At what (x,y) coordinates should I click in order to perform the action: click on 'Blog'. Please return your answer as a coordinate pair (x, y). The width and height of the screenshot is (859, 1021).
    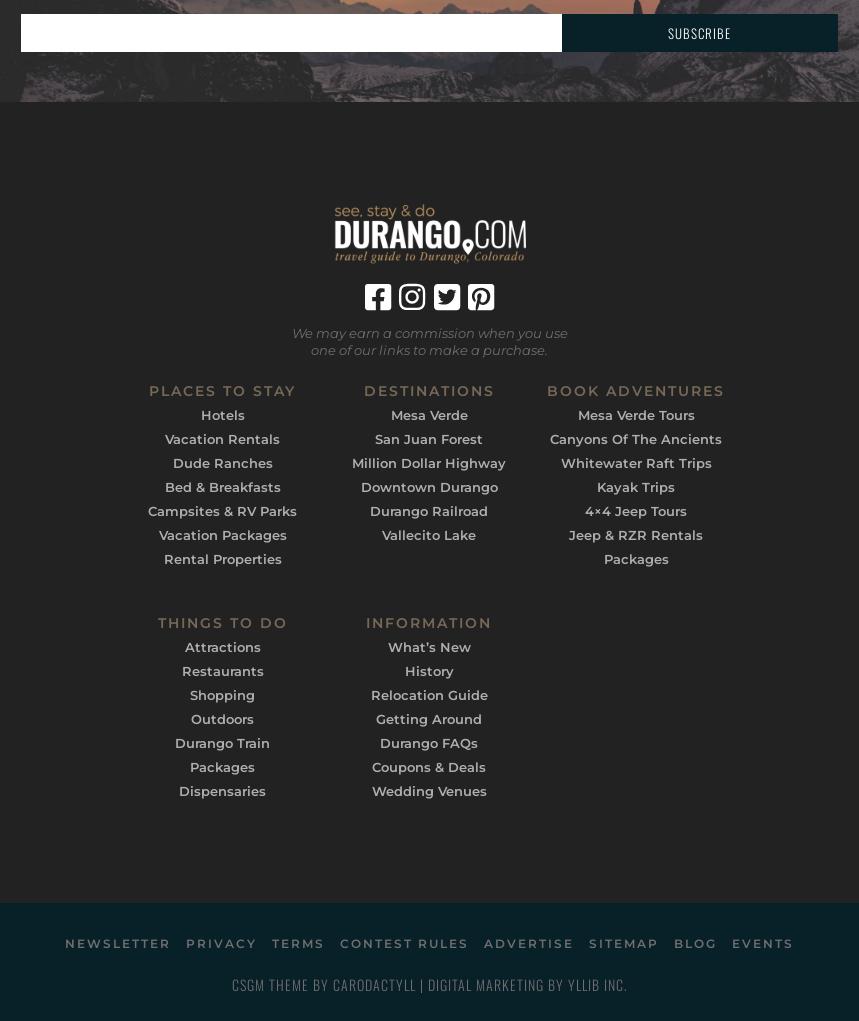
    Looking at the image, I should click on (695, 942).